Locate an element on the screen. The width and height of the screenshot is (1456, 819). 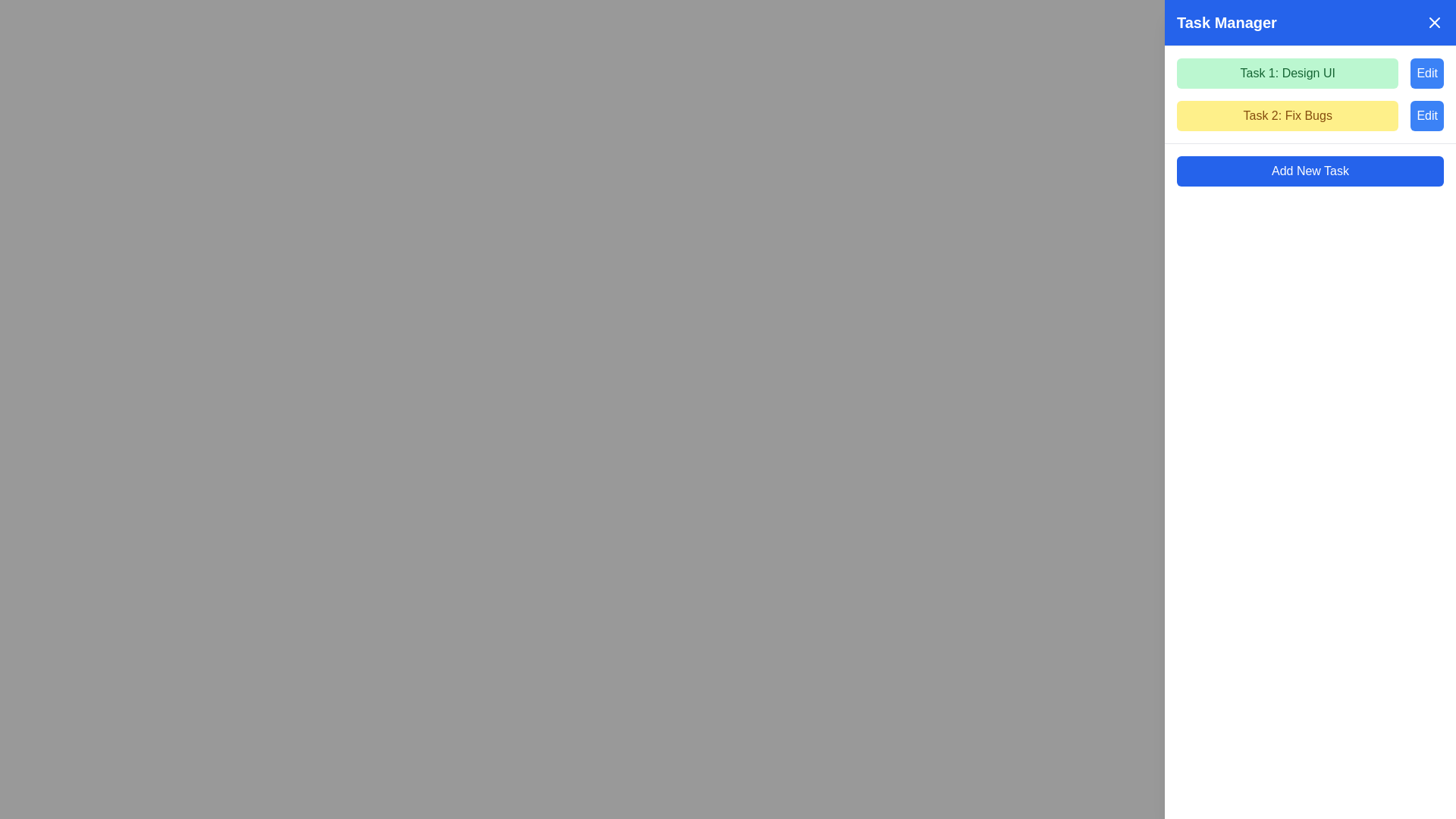
the close button located in the top-right corner of the blue header bar labeled 'Task Manager' is located at coordinates (1433, 23).